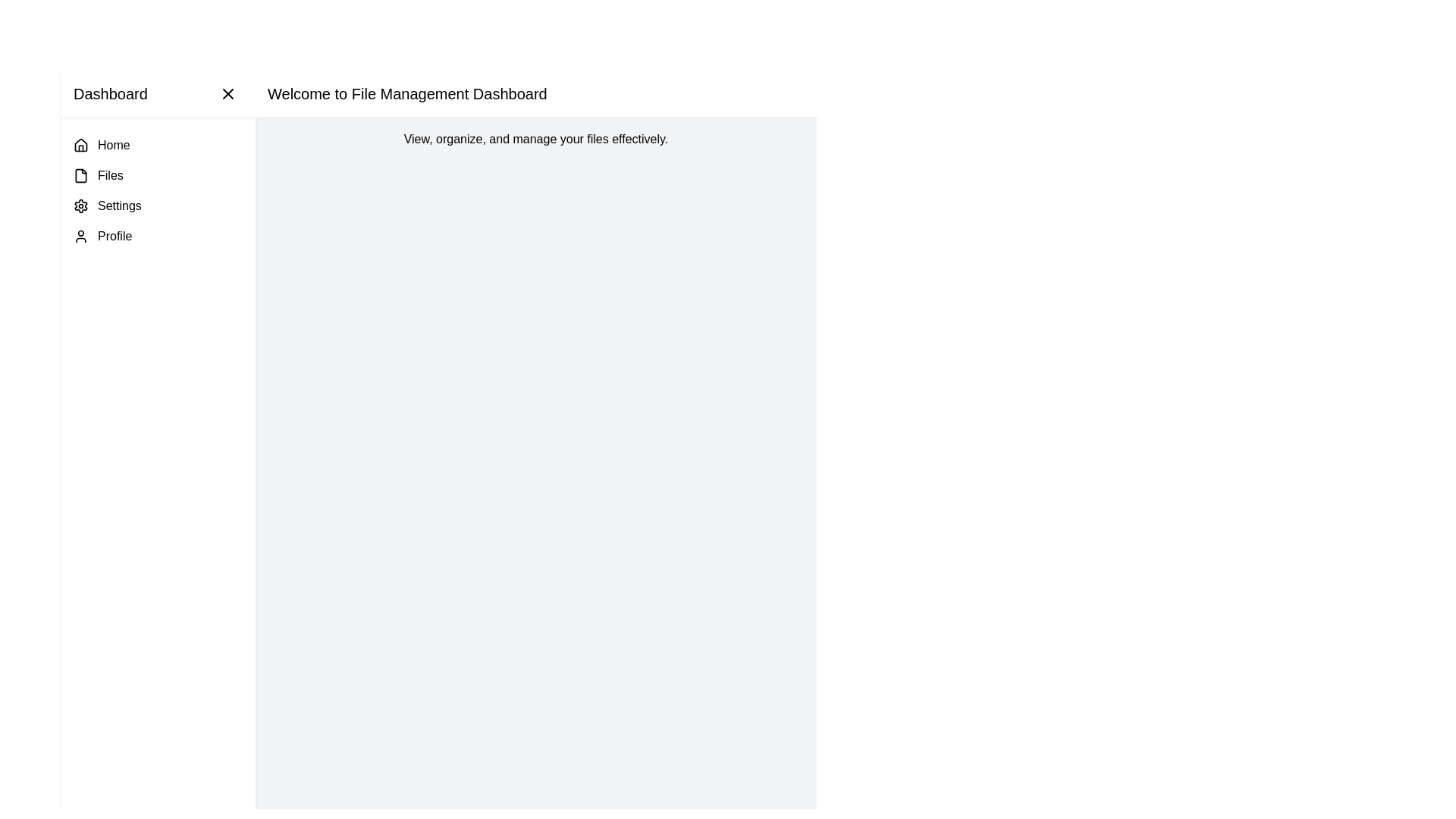  What do you see at coordinates (158, 206) in the screenshot?
I see `the third option in the vertical menu list that navigates to the Settings section of the application` at bounding box center [158, 206].